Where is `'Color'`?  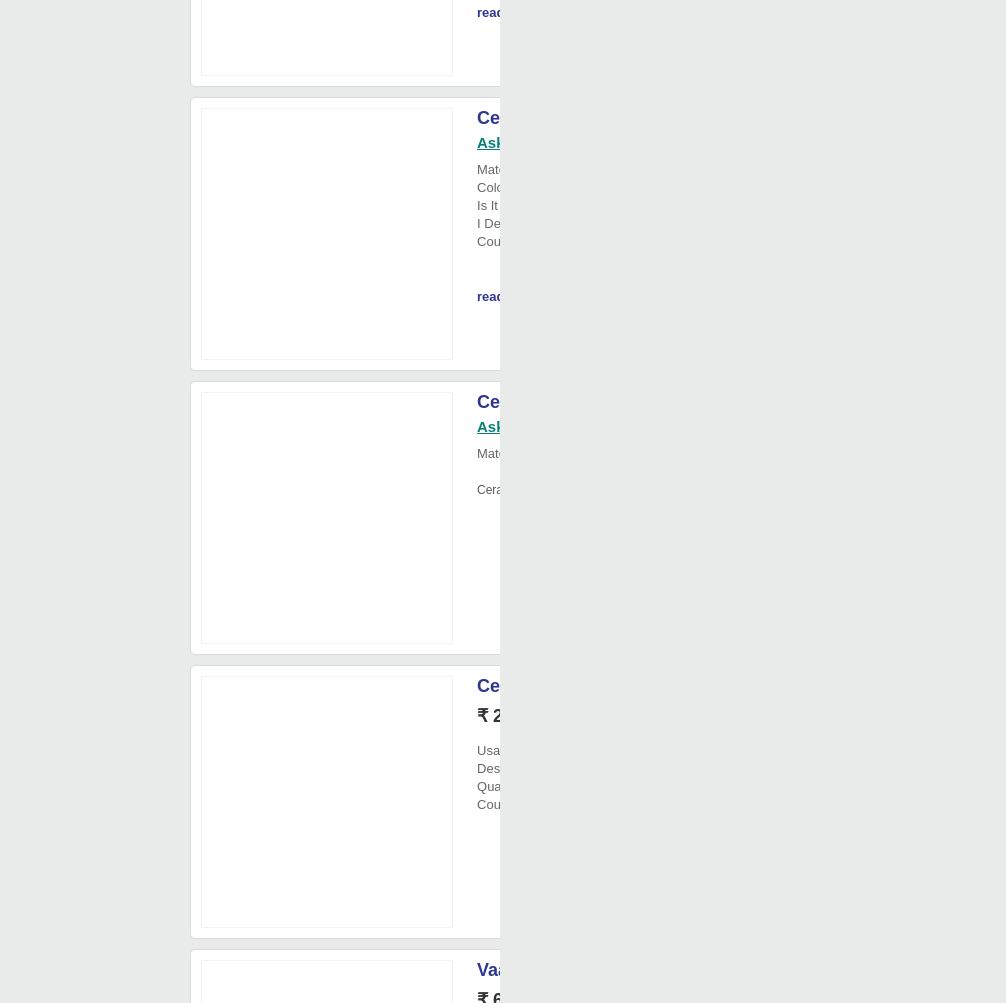 'Color' is located at coordinates (491, 186).